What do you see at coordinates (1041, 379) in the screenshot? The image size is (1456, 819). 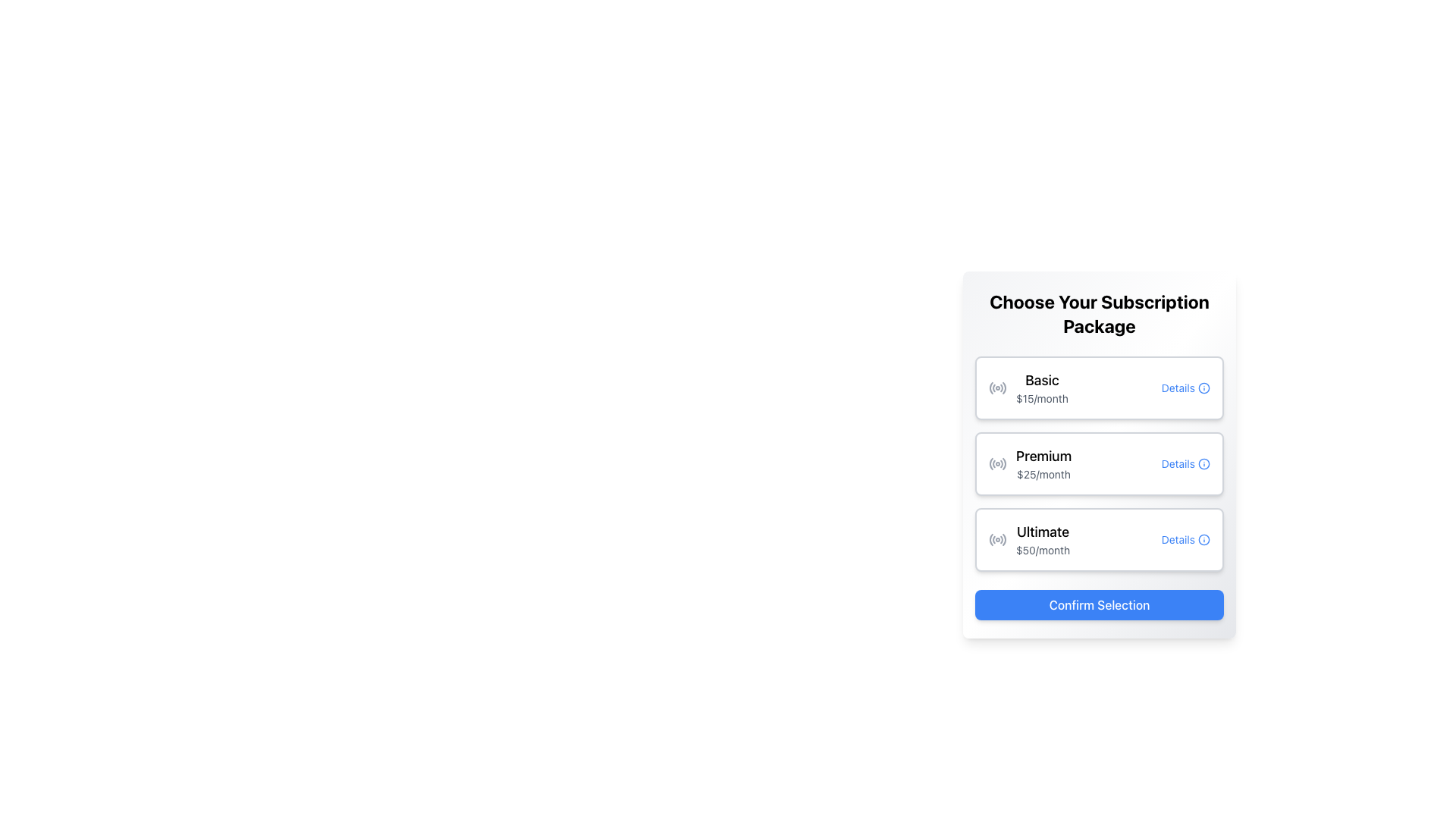 I see `the bold text labeled 'Basic' which is the first element in the subscription options list` at bounding box center [1041, 379].